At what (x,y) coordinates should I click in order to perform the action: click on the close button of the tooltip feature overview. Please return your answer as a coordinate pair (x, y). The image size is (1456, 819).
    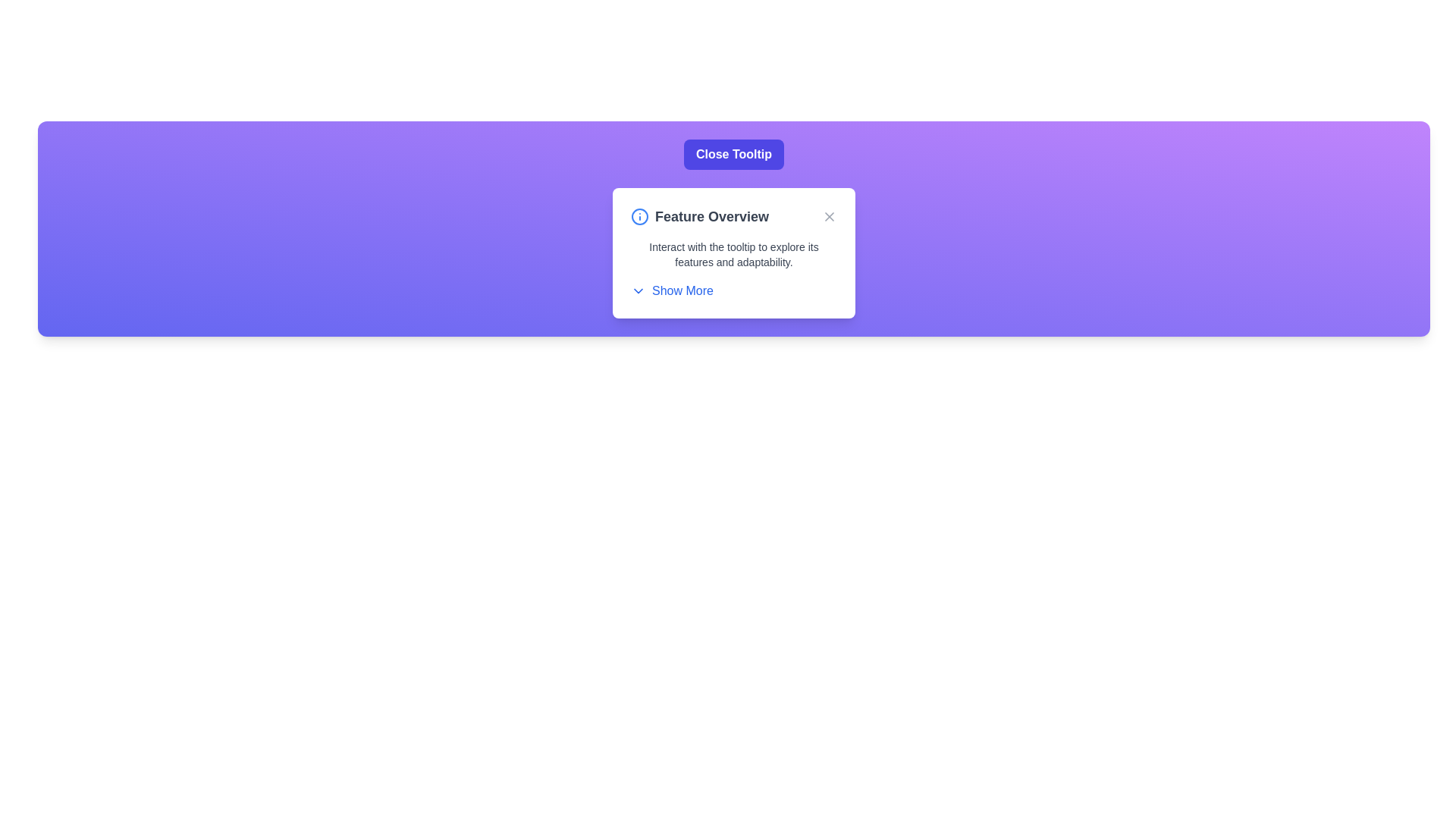
    Looking at the image, I should click on (734, 155).